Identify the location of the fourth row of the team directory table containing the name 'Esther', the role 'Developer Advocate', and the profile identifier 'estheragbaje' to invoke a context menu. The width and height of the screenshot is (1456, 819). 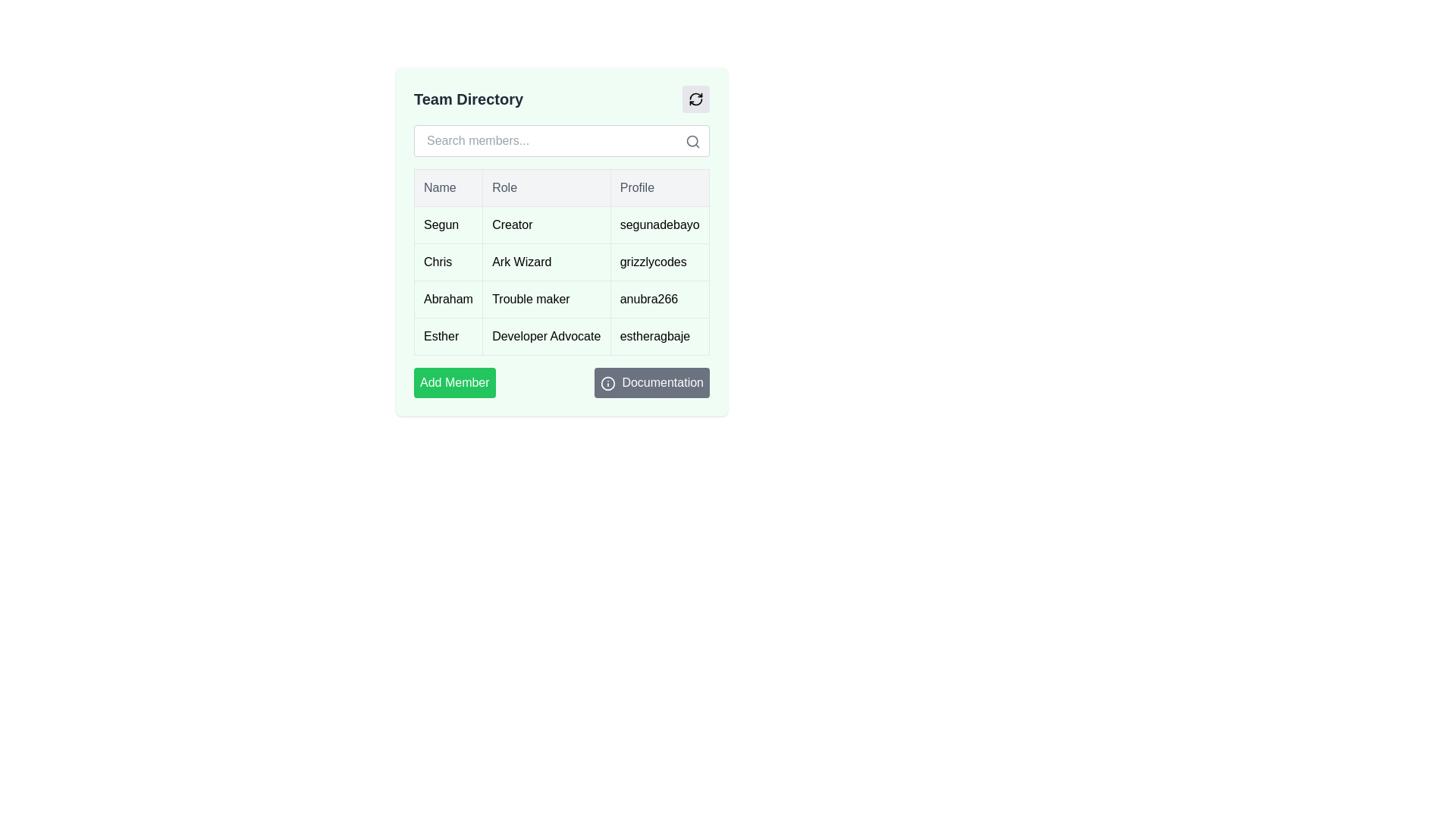
(560, 335).